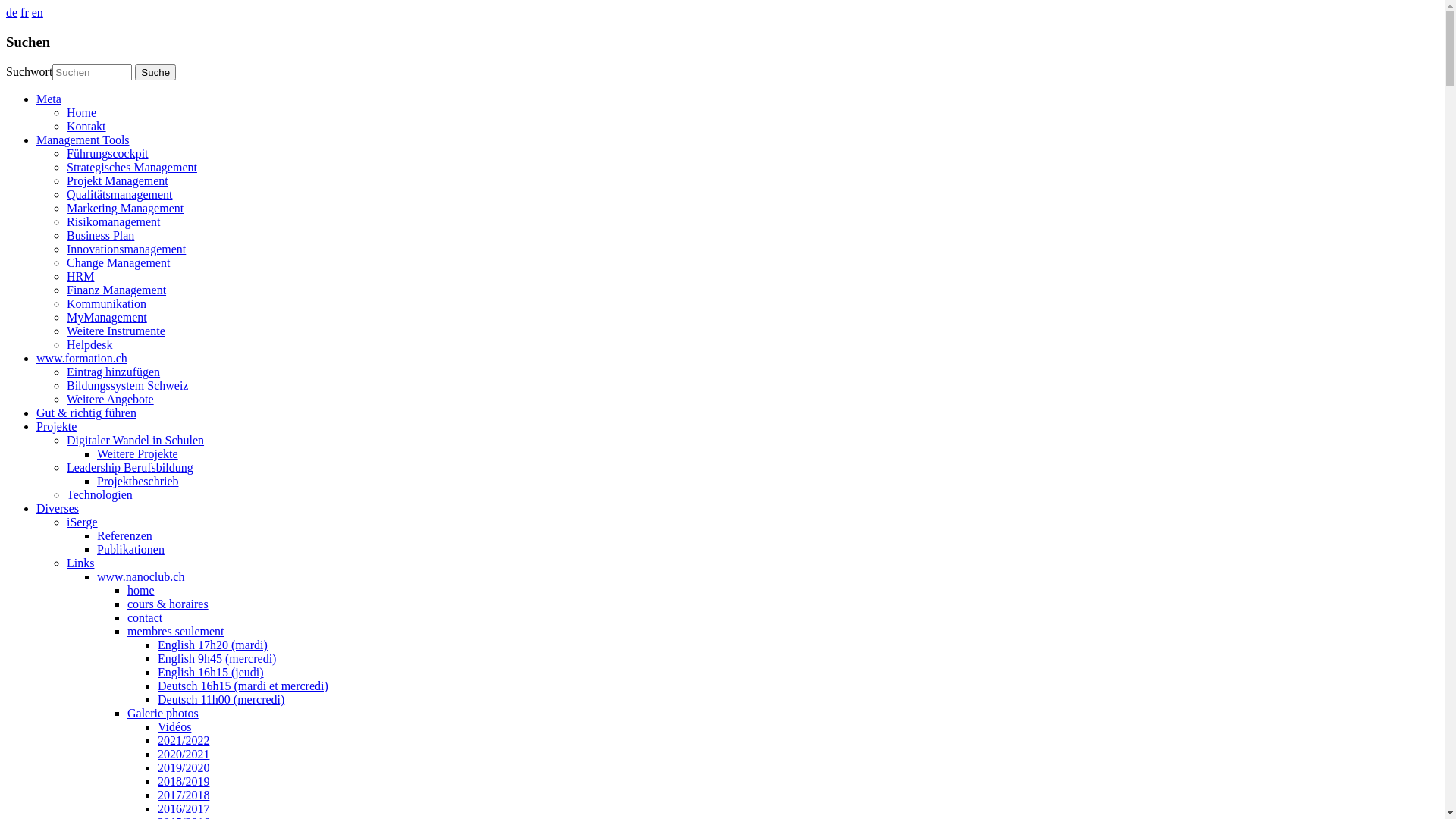 The image size is (1456, 819). Describe the element at coordinates (115, 330) in the screenshot. I see `'Weitere Instrumente'` at that location.